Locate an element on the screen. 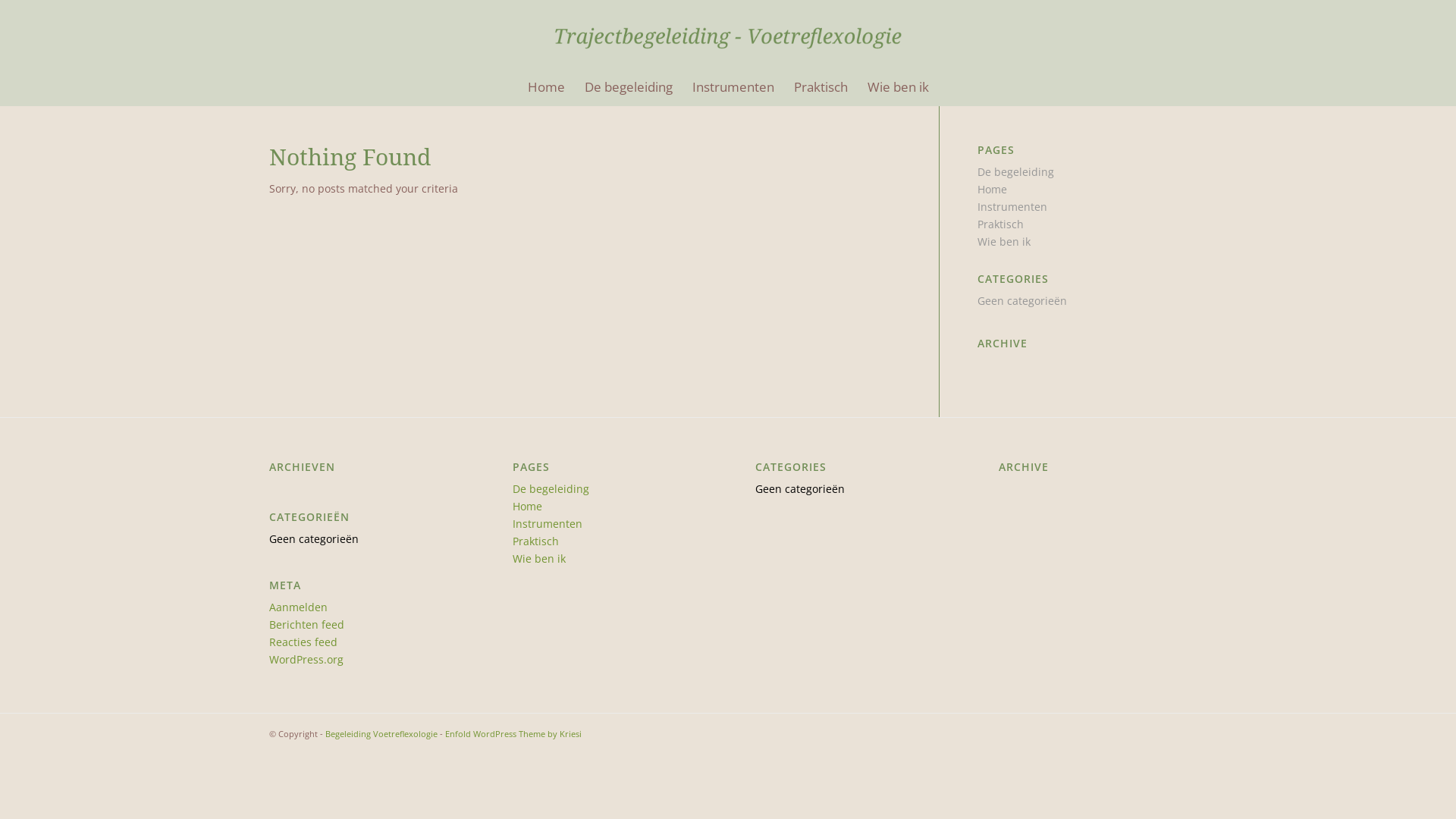 The height and width of the screenshot is (819, 1456). 'Reacties feed' is located at coordinates (303, 642).